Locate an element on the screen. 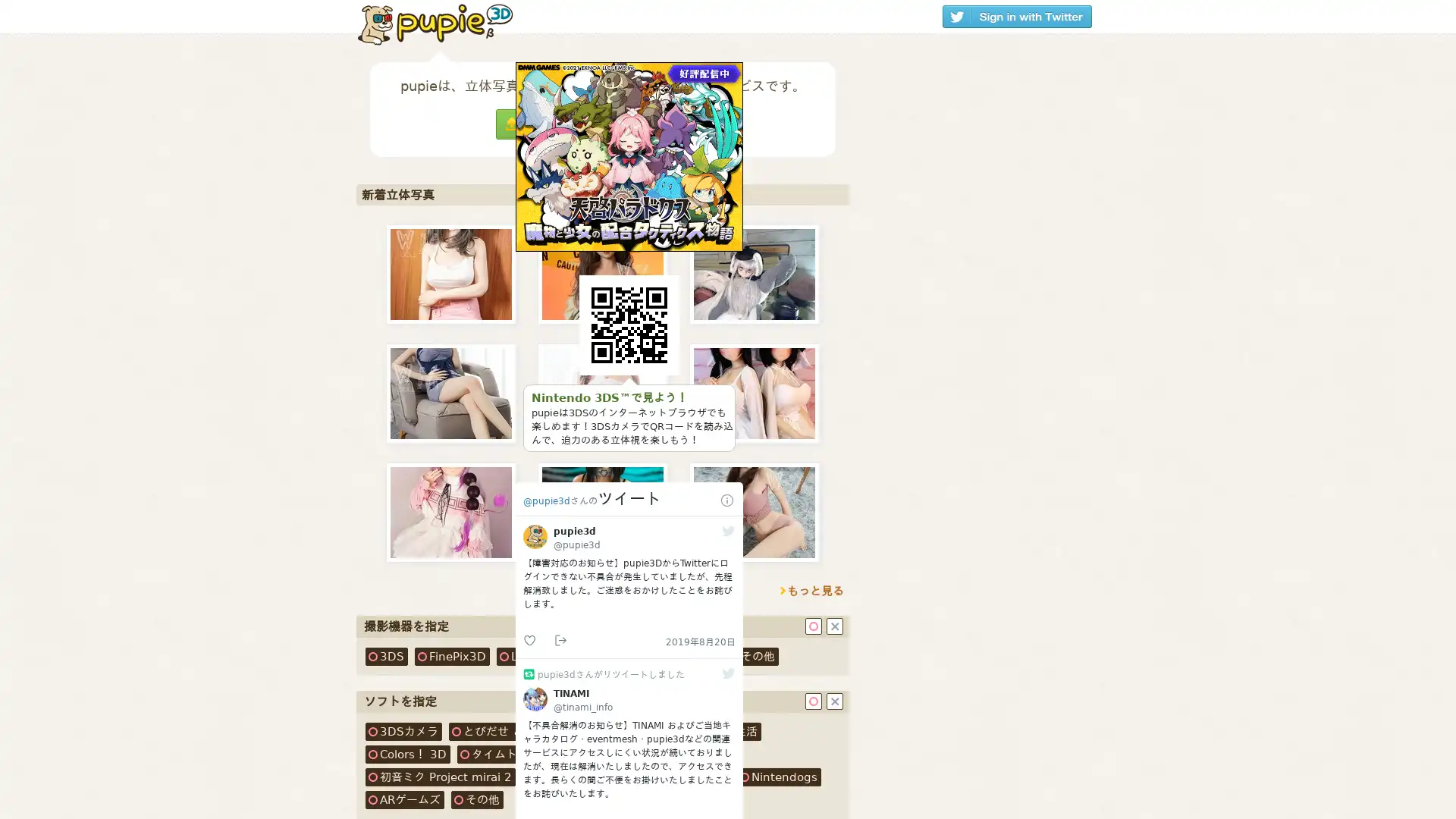  GIRLS MODE is located at coordinates (626, 777).